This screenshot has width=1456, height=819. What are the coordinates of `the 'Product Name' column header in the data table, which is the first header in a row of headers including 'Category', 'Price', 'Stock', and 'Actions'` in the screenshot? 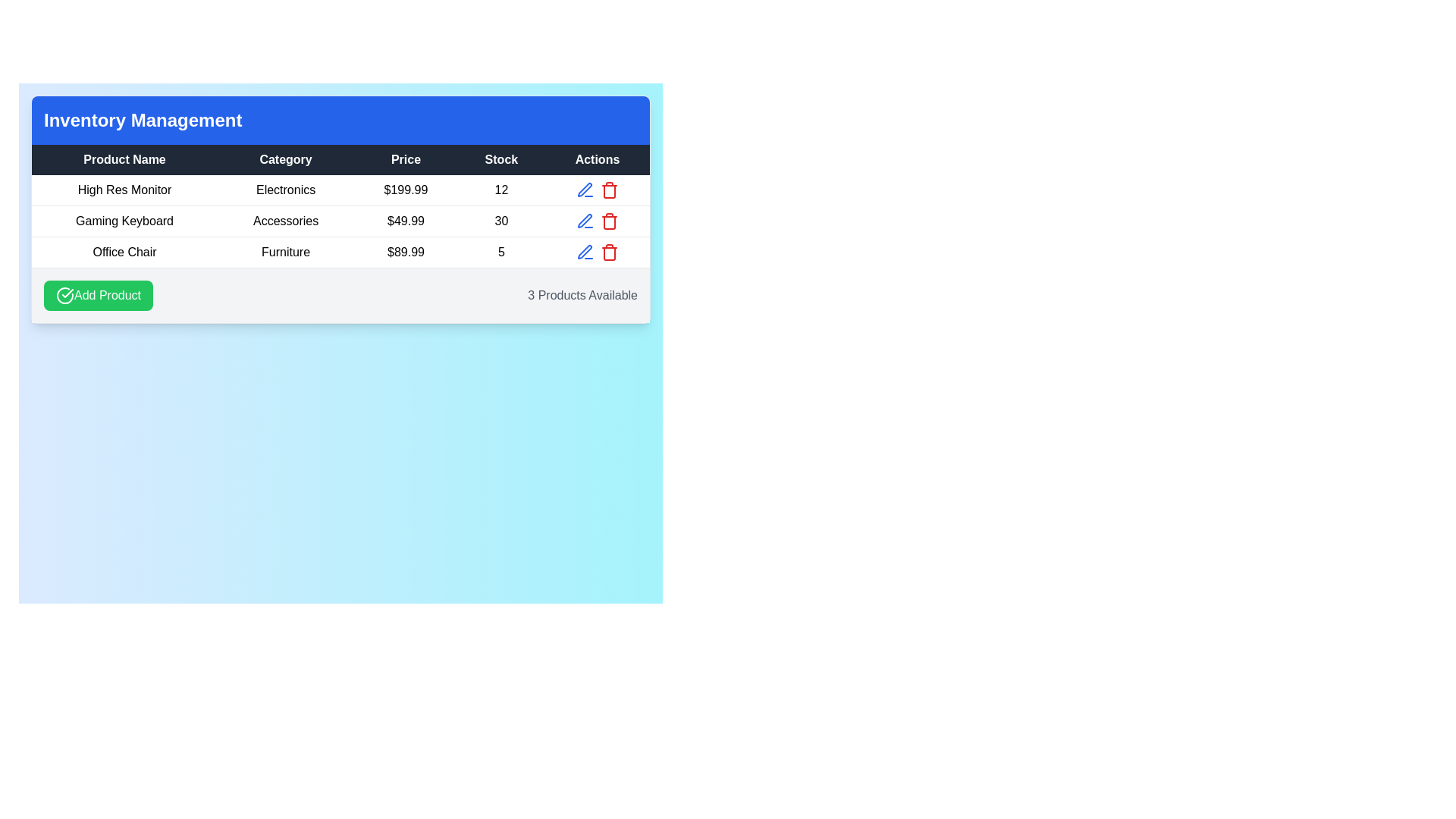 It's located at (124, 160).